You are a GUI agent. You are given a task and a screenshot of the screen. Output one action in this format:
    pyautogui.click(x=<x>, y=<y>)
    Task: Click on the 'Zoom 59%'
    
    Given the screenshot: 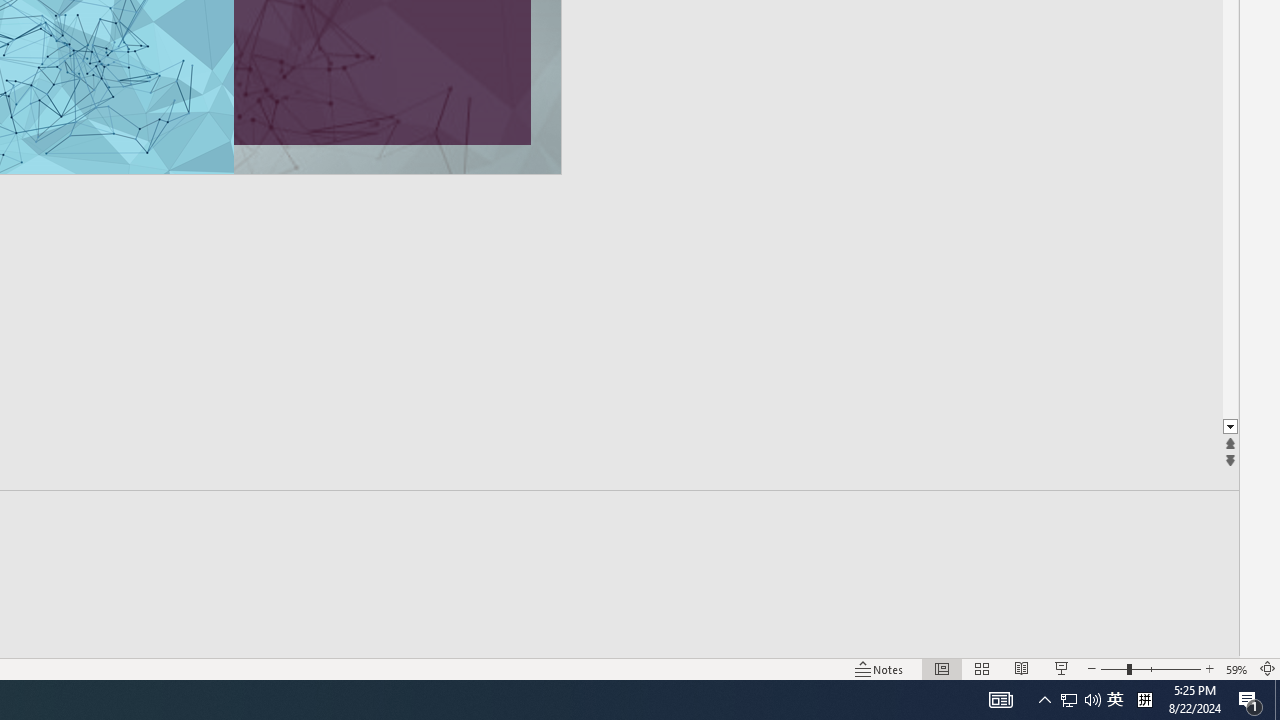 What is the action you would take?
    pyautogui.click(x=1236, y=669)
    